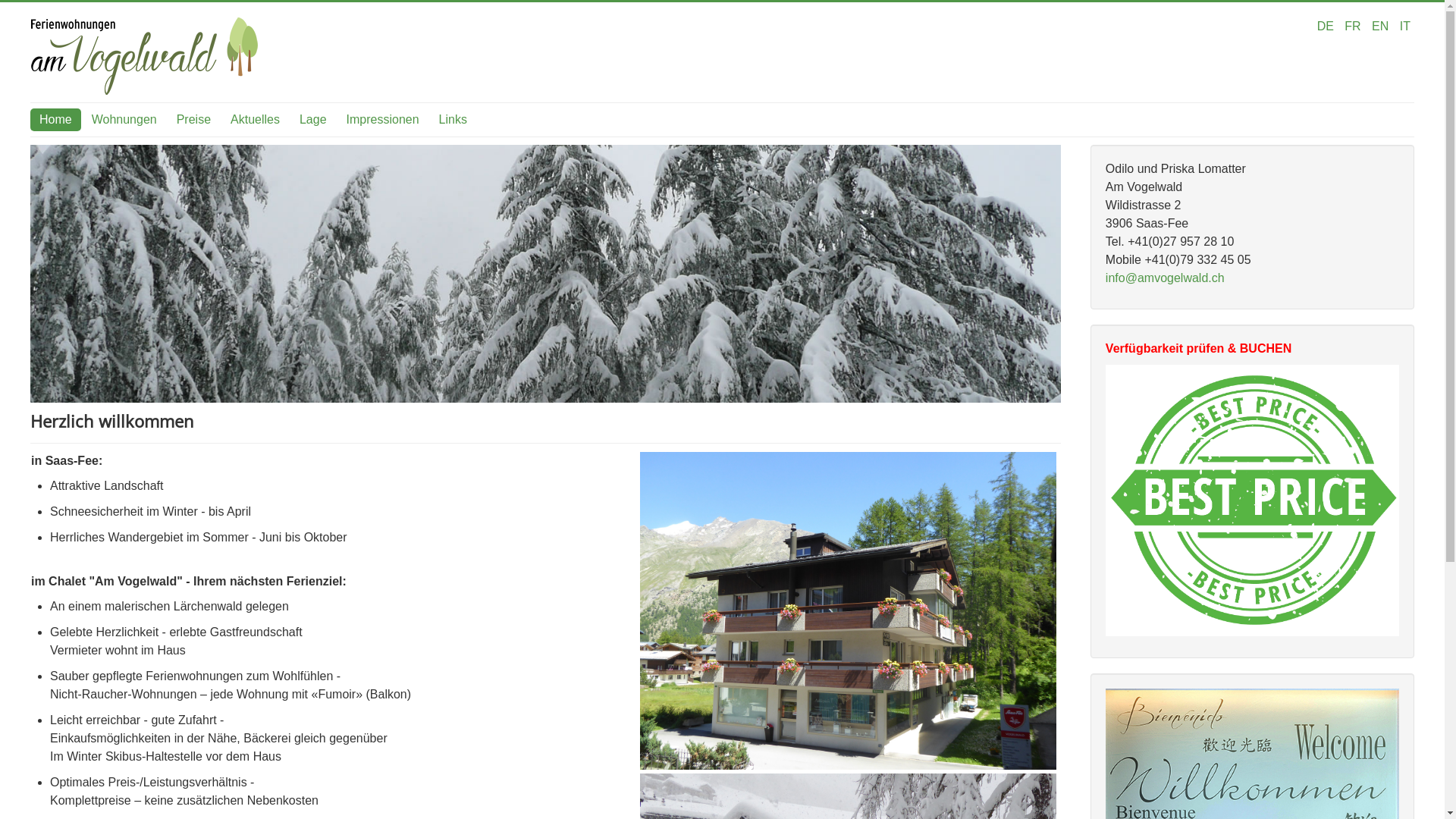  Describe the element at coordinates (312, 119) in the screenshot. I see `'Lage'` at that location.